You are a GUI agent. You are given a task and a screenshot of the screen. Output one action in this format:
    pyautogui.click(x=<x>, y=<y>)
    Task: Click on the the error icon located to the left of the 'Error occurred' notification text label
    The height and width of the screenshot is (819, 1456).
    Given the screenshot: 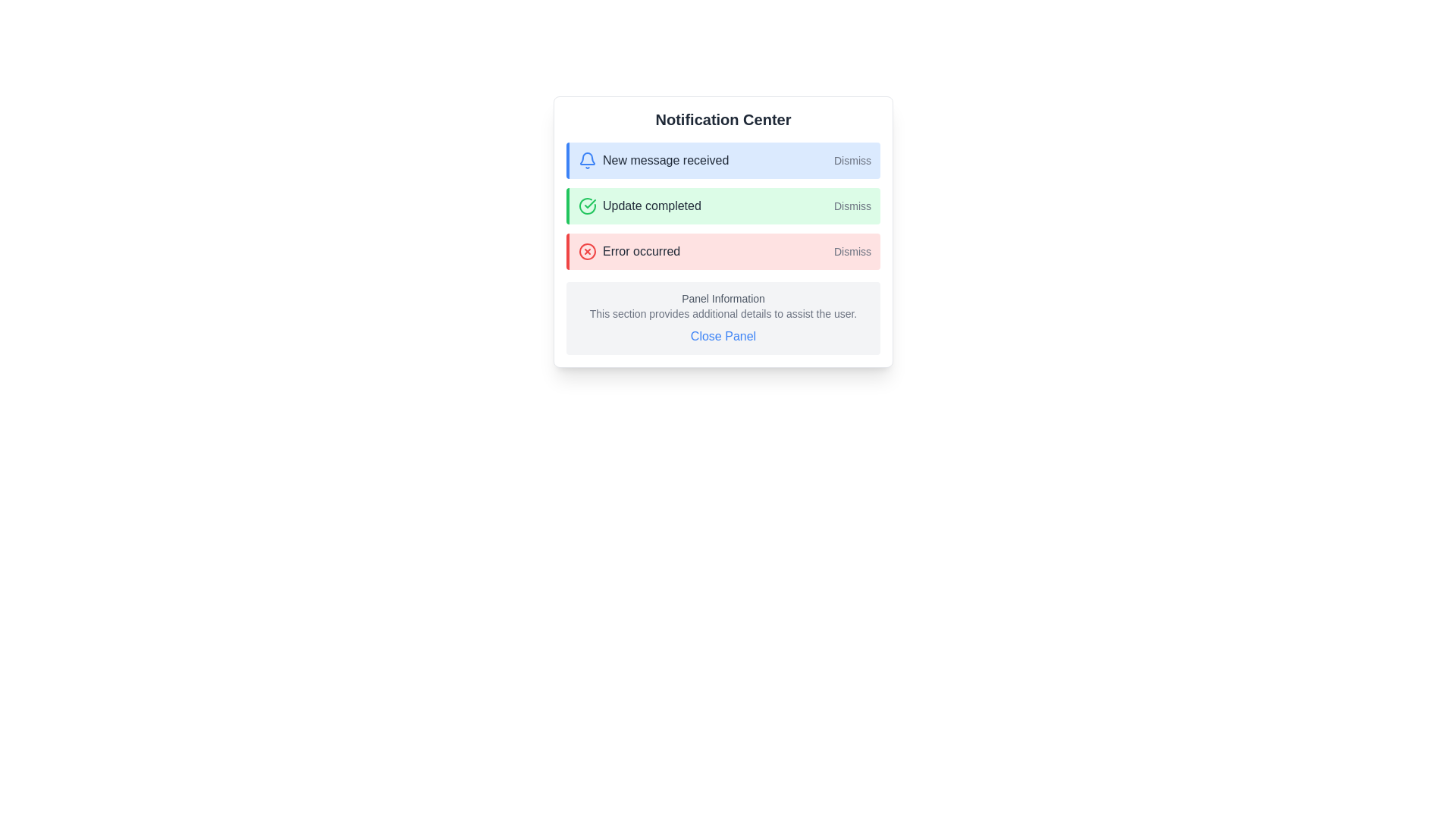 What is the action you would take?
    pyautogui.click(x=586, y=250)
    